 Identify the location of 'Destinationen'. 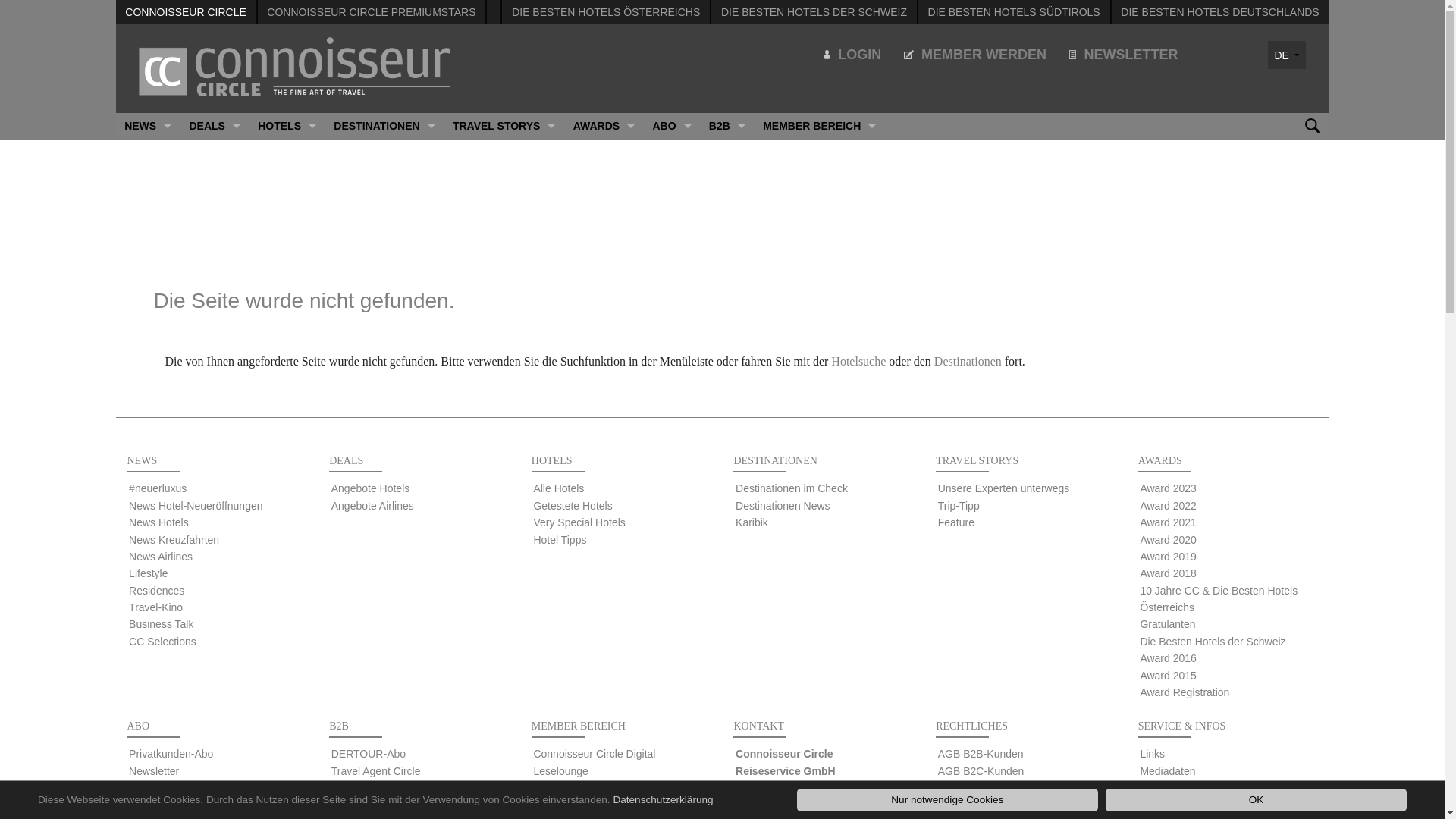
(967, 361).